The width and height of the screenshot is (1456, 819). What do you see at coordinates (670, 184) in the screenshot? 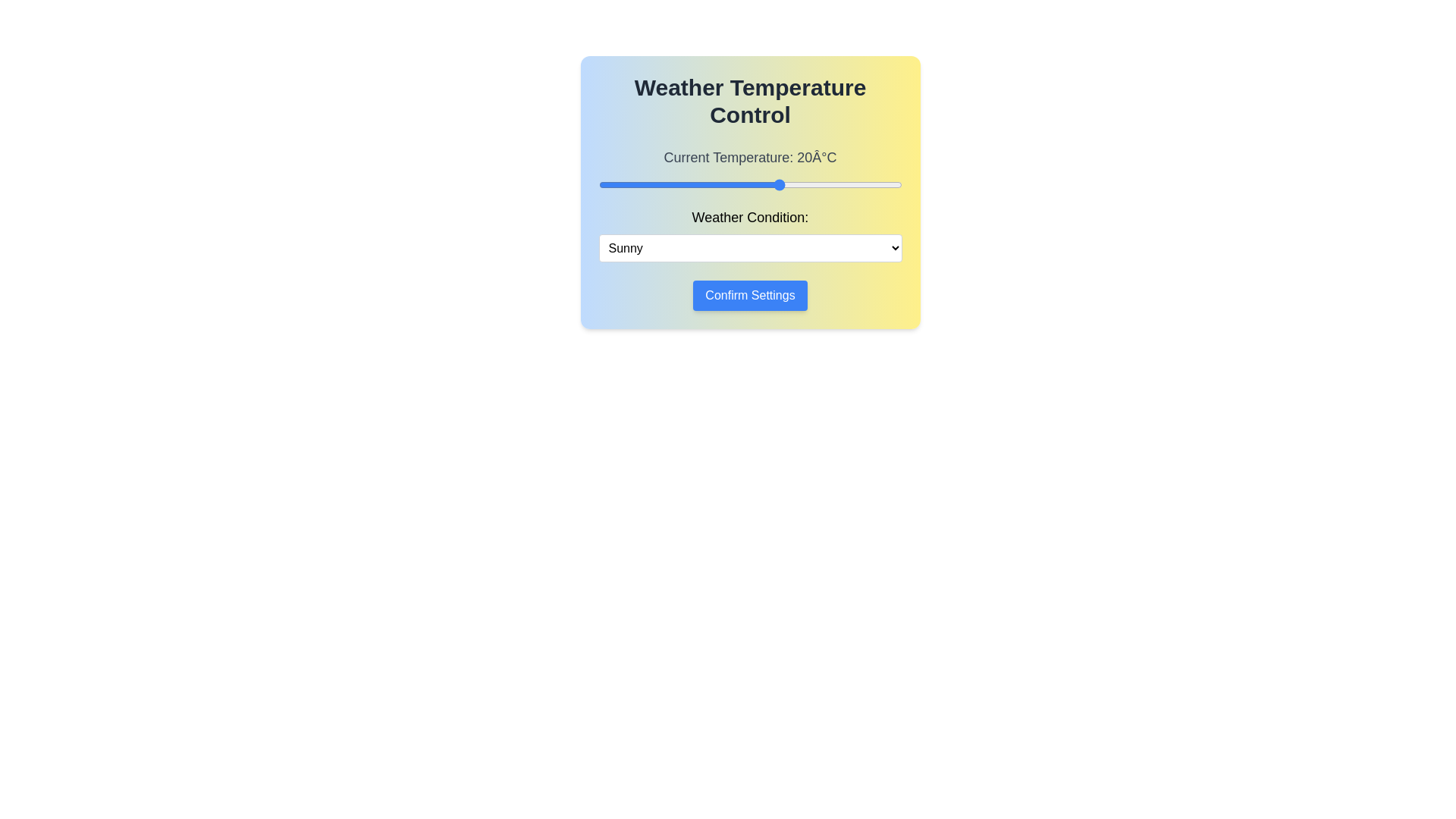
I see `the temperature slider to set the temperature to 2°C` at bounding box center [670, 184].